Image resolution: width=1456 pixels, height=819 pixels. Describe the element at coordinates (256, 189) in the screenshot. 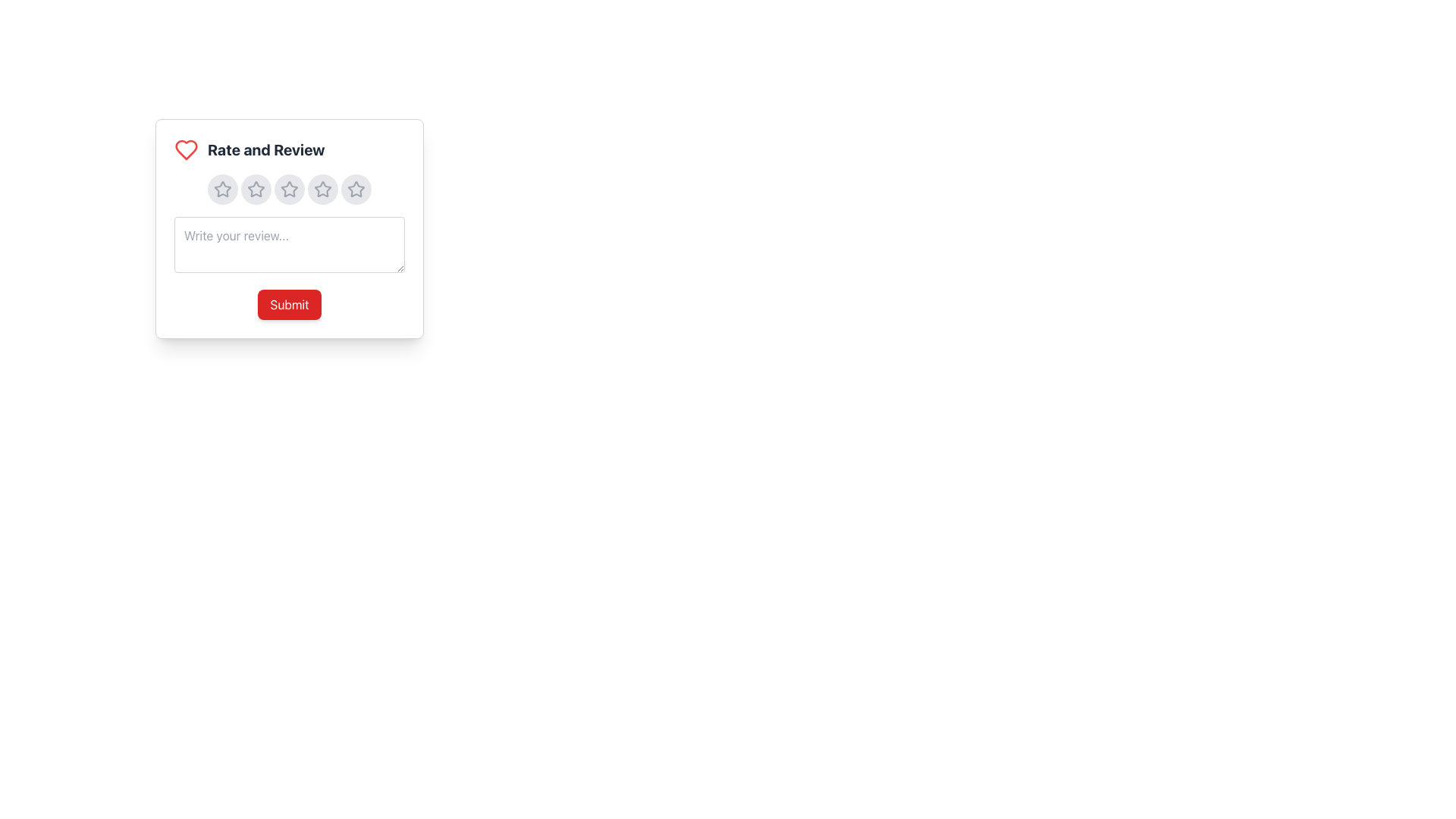

I see `the second star icon` at that location.